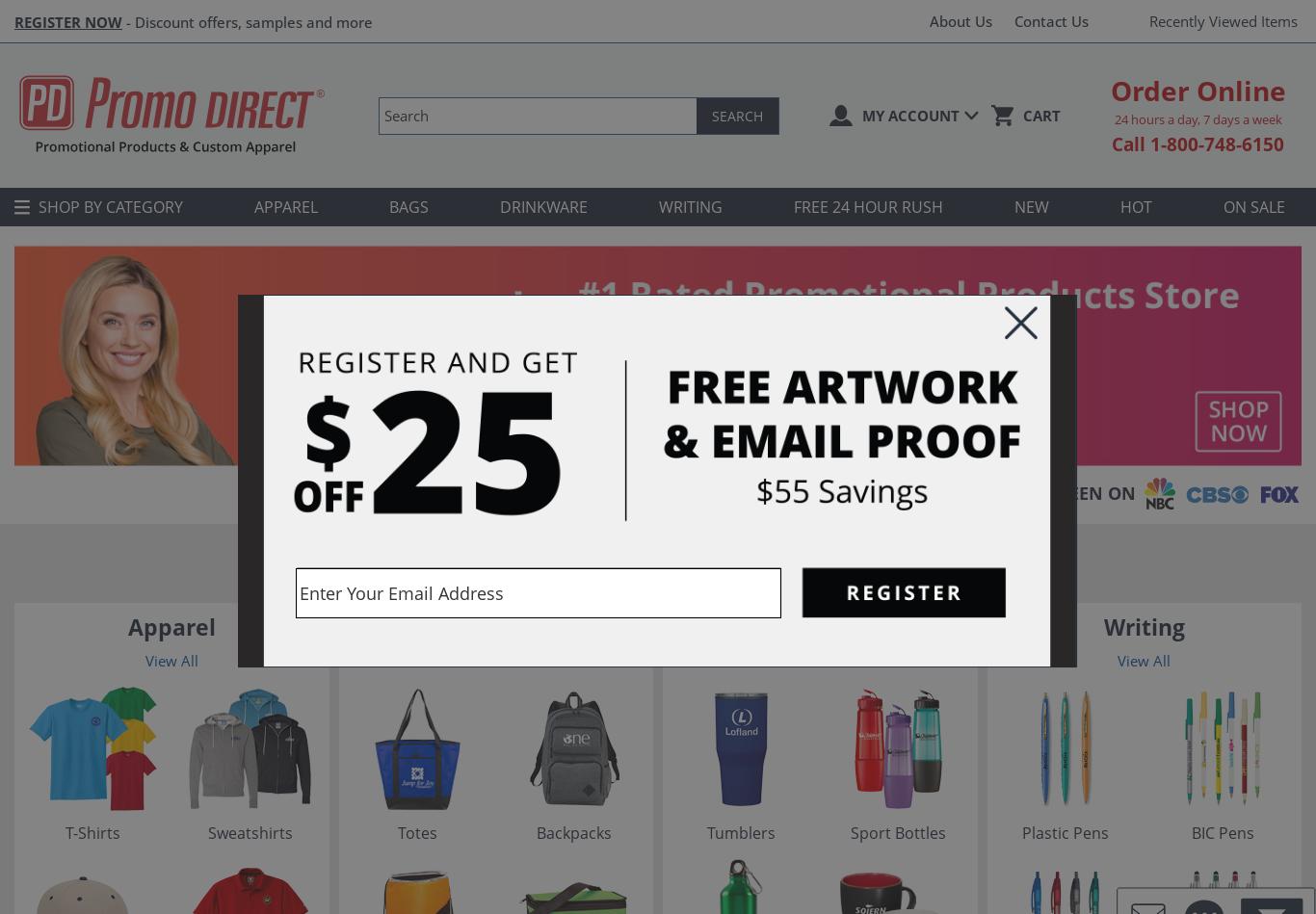 The image size is (1316, 914). I want to click on 'Apparel', so click(170, 627).